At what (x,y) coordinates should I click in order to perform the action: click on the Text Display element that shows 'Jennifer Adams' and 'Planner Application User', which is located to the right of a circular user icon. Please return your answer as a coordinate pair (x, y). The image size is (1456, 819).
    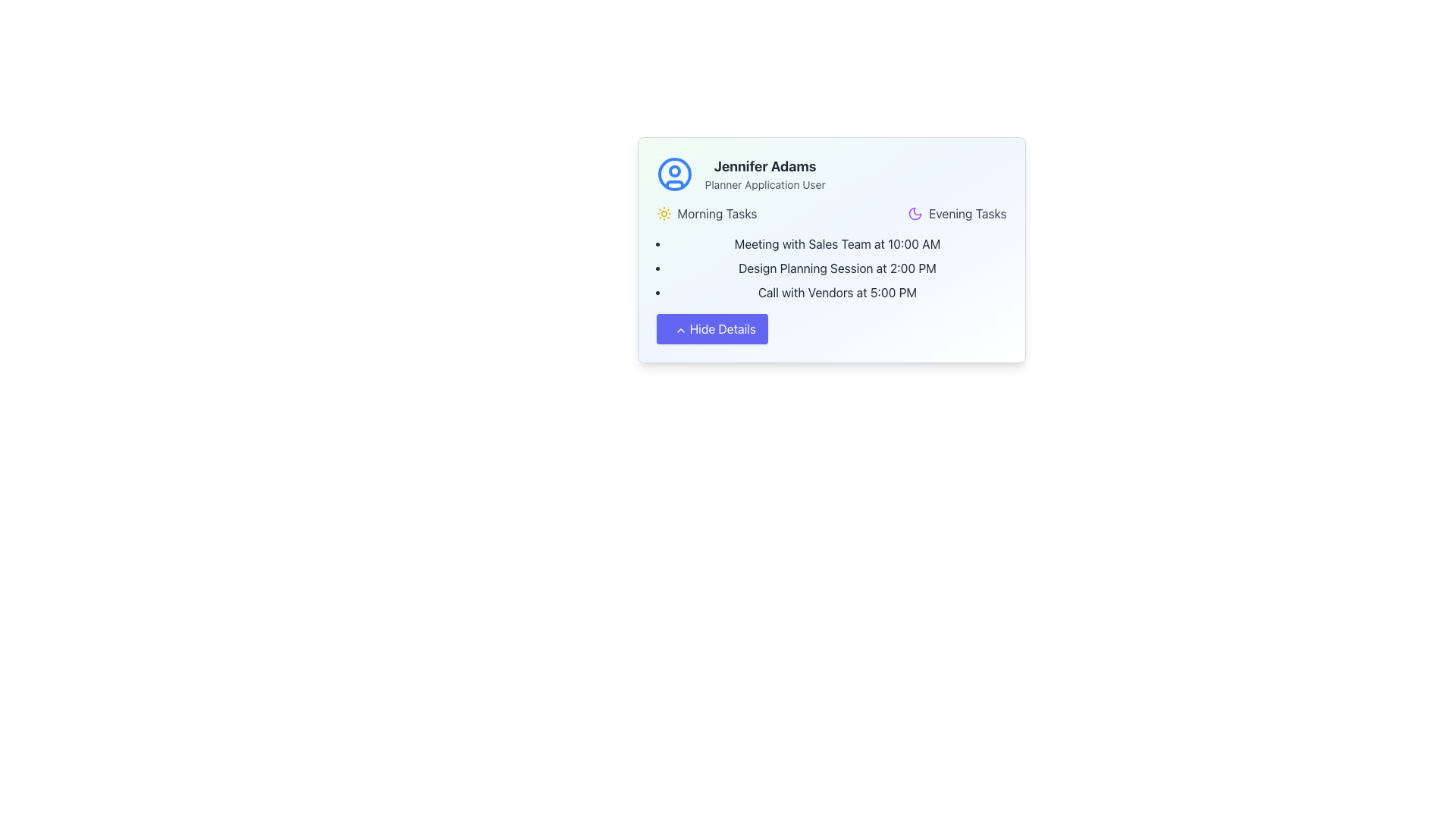
    Looking at the image, I should click on (765, 174).